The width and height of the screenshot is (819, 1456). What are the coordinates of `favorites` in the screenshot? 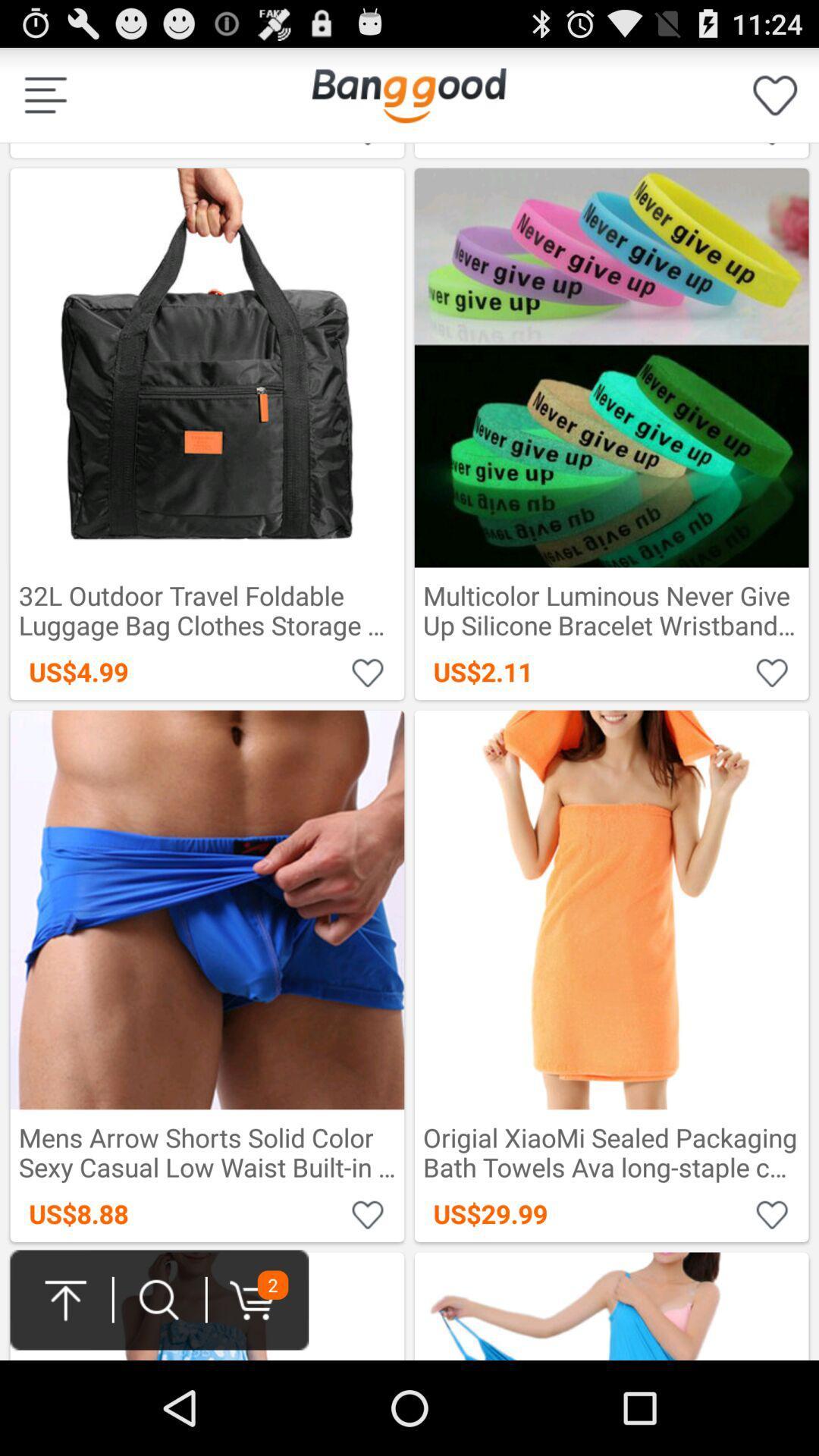 It's located at (775, 94).